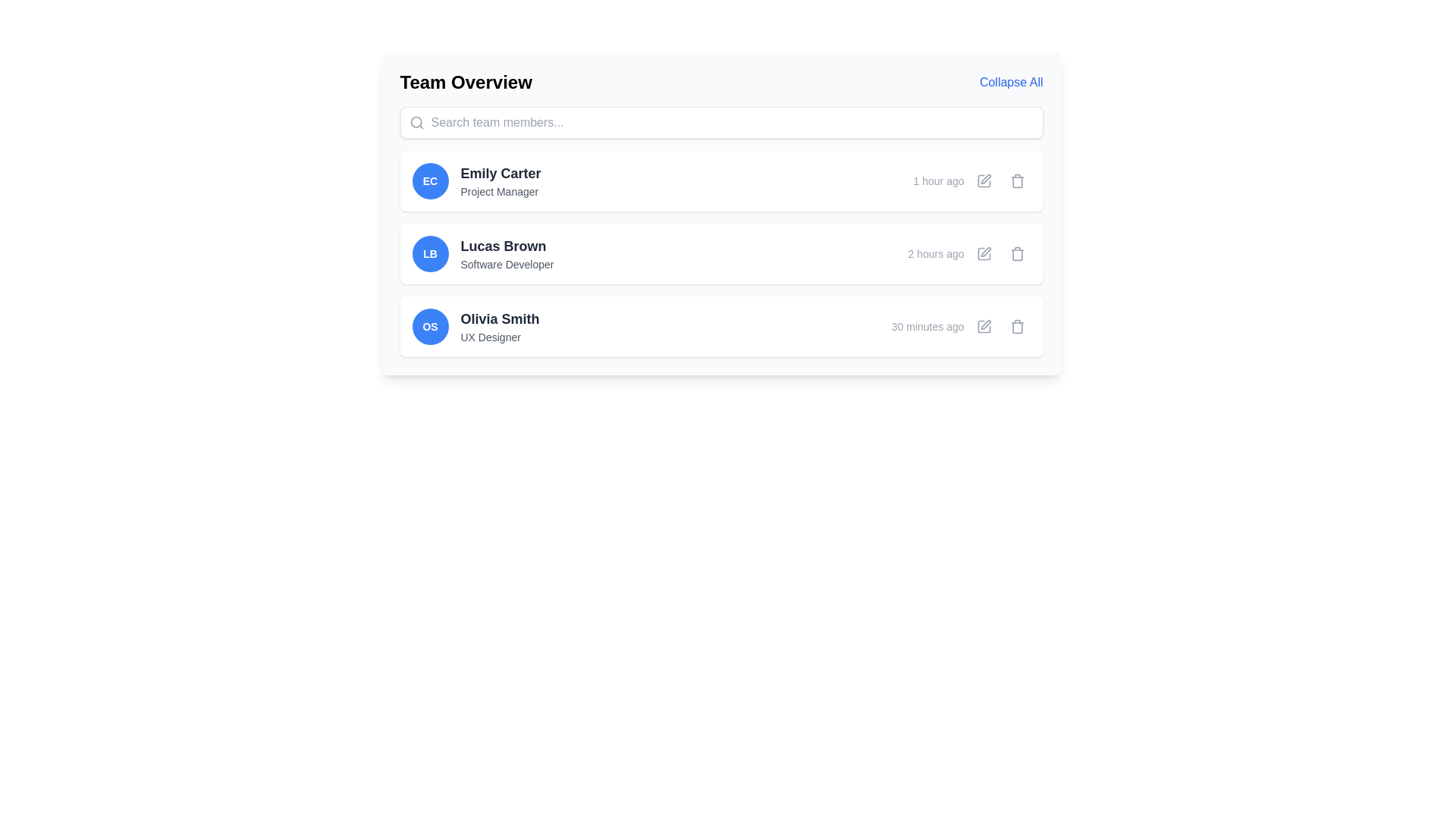 The height and width of the screenshot is (819, 1456). Describe the element at coordinates (971, 180) in the screenshot. I see `information displayed in the text label showing '1 hour ago', which is positioned inline with the 'Emily Carter' listing details and adjacent icons` at that location.